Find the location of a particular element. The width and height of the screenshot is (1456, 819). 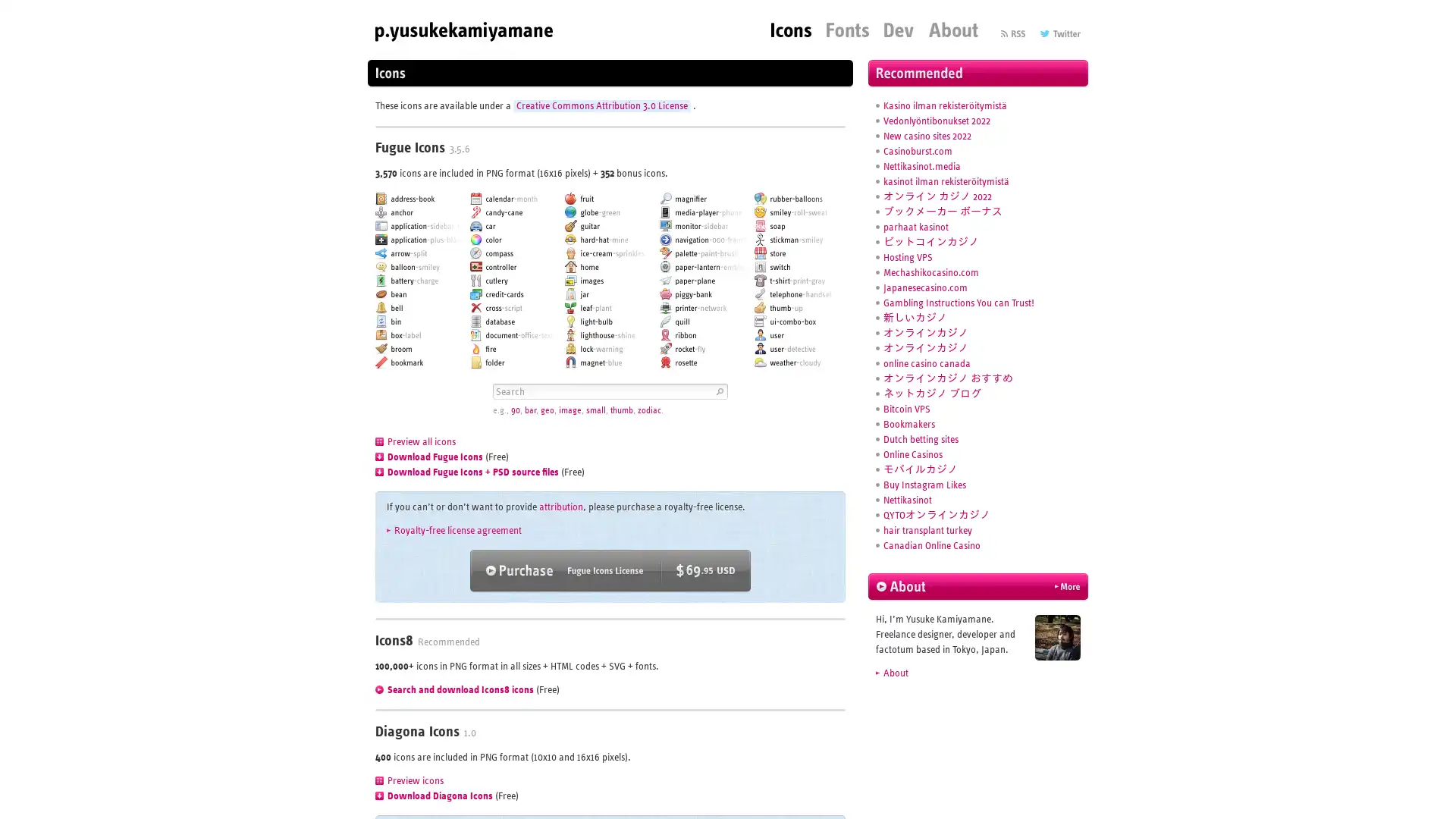

Purchase Fugue Icons ($69.95 USD) is located at coordinates (610, 570).